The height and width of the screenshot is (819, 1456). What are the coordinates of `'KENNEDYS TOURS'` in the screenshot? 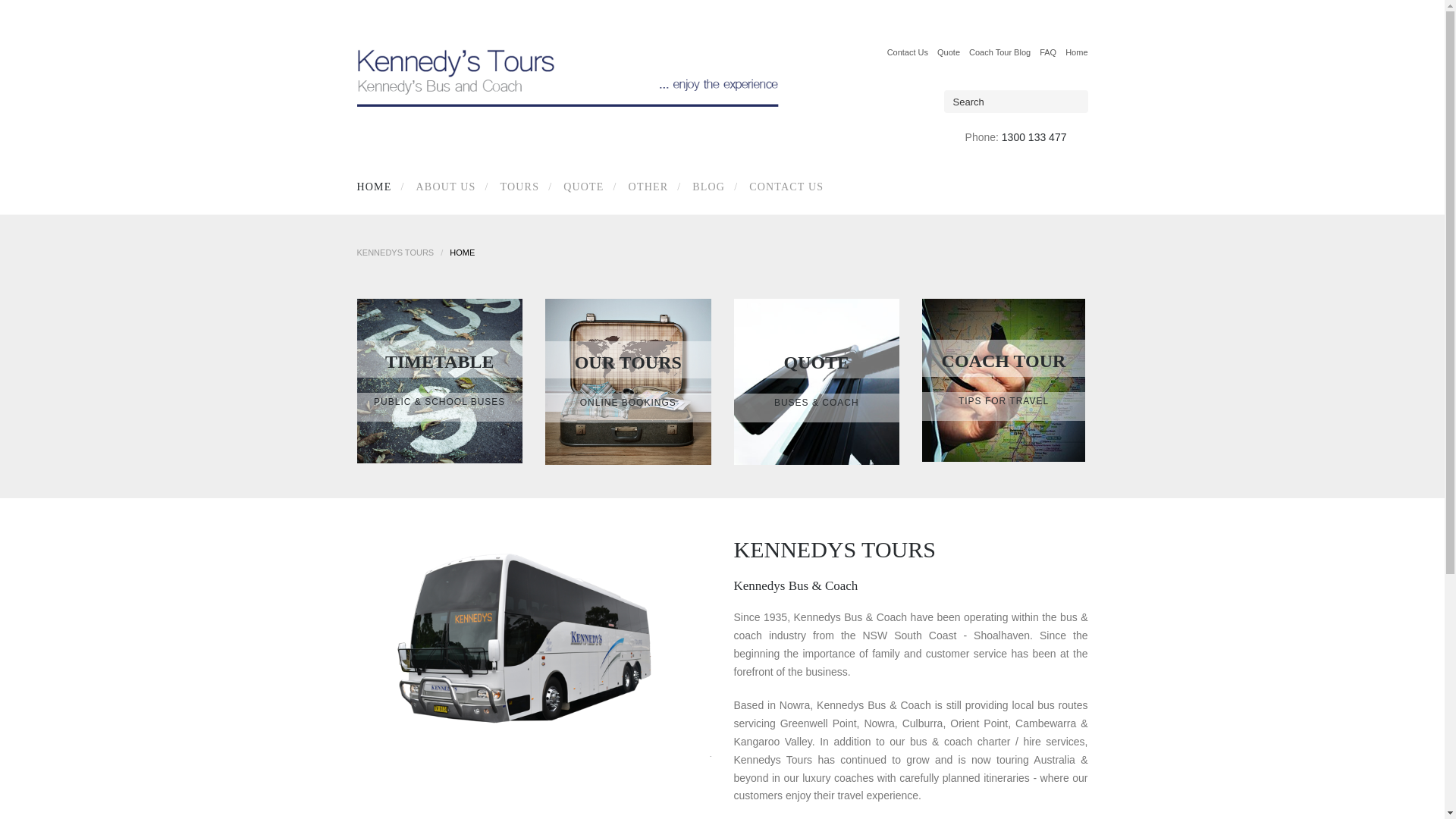 It's located at (395, 251).